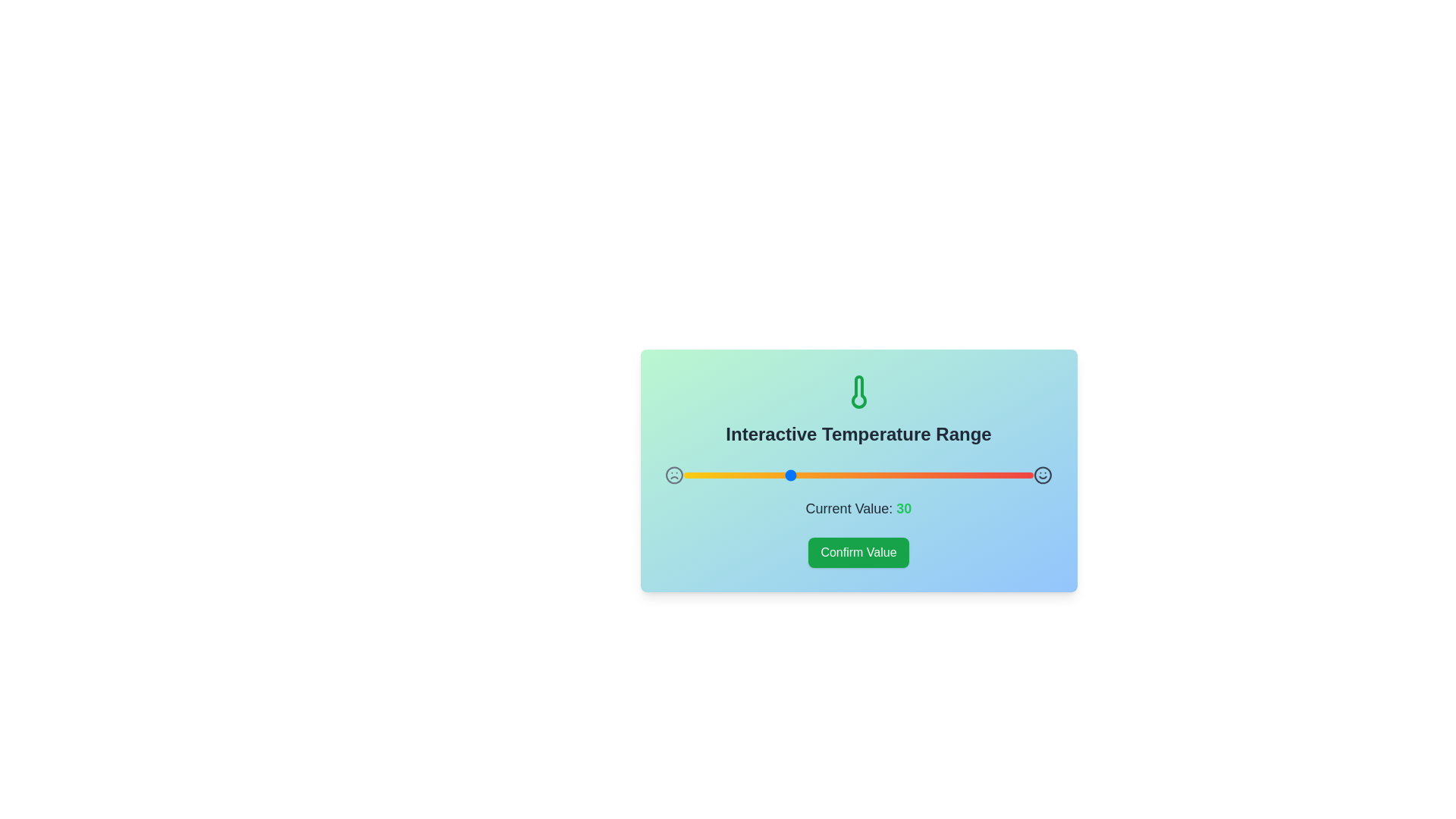 The image size is (1456, 819). Describe the element at coordinates (900, 475) in the screenshot. I see `the range slider to set the value to 62` at that location.